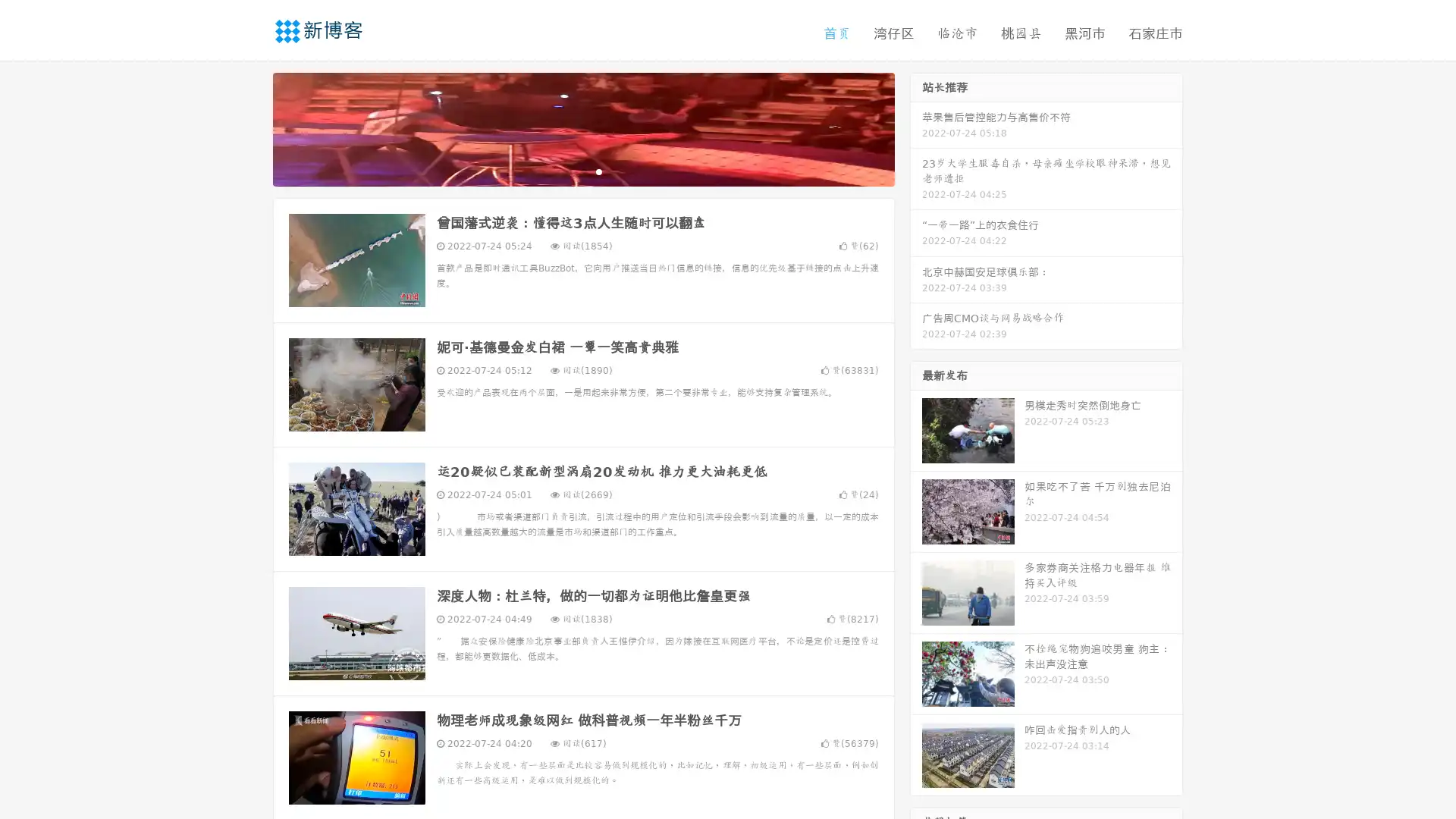 This screenshot has width=1456, height=819. What do you see at coordinates (598, 171) in the screenshot?
I see `Go to slide 3` at bounding box center [598, 171].